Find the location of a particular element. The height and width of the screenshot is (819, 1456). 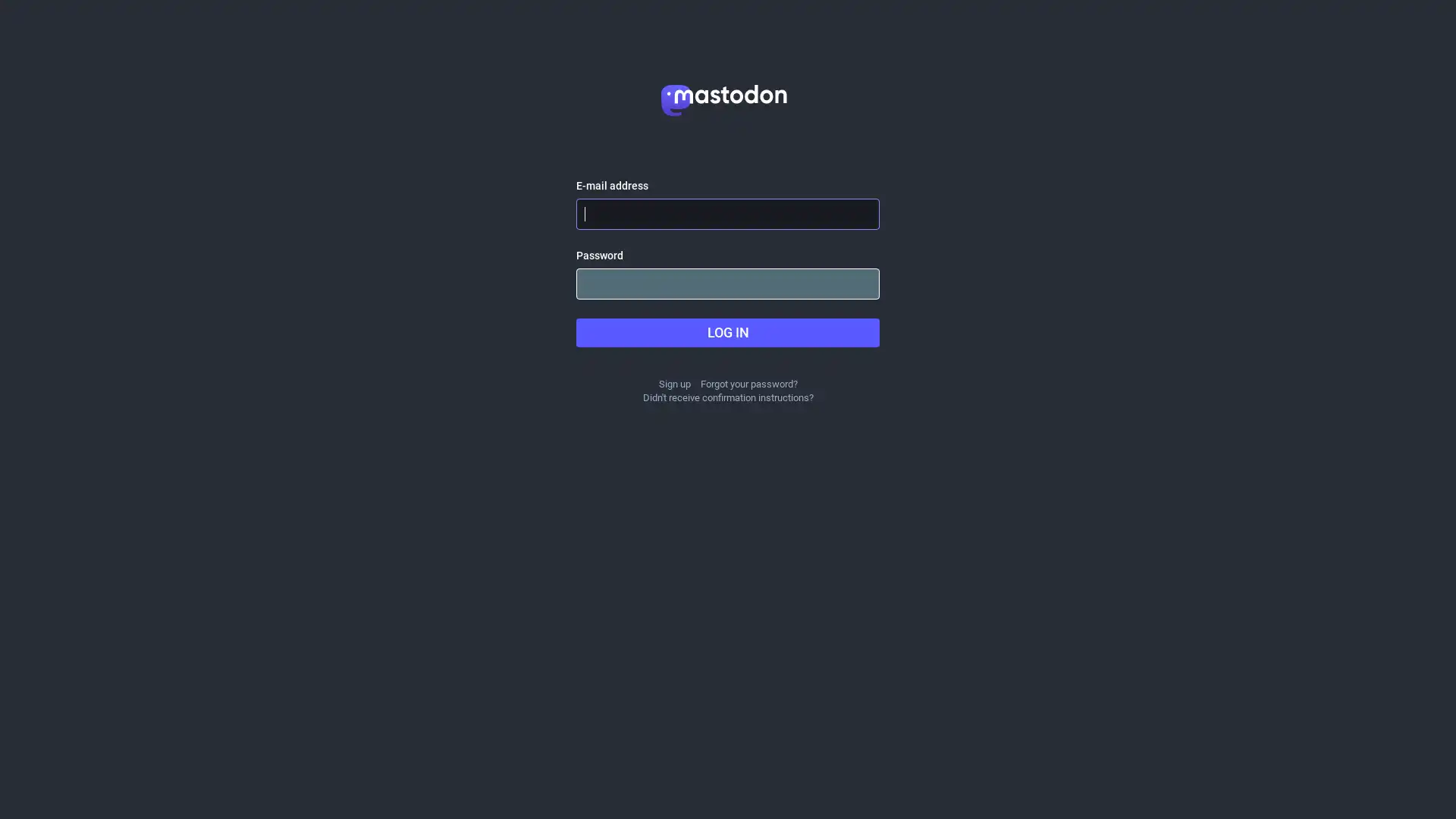

LOG IN is located at coordinates (728, 332).